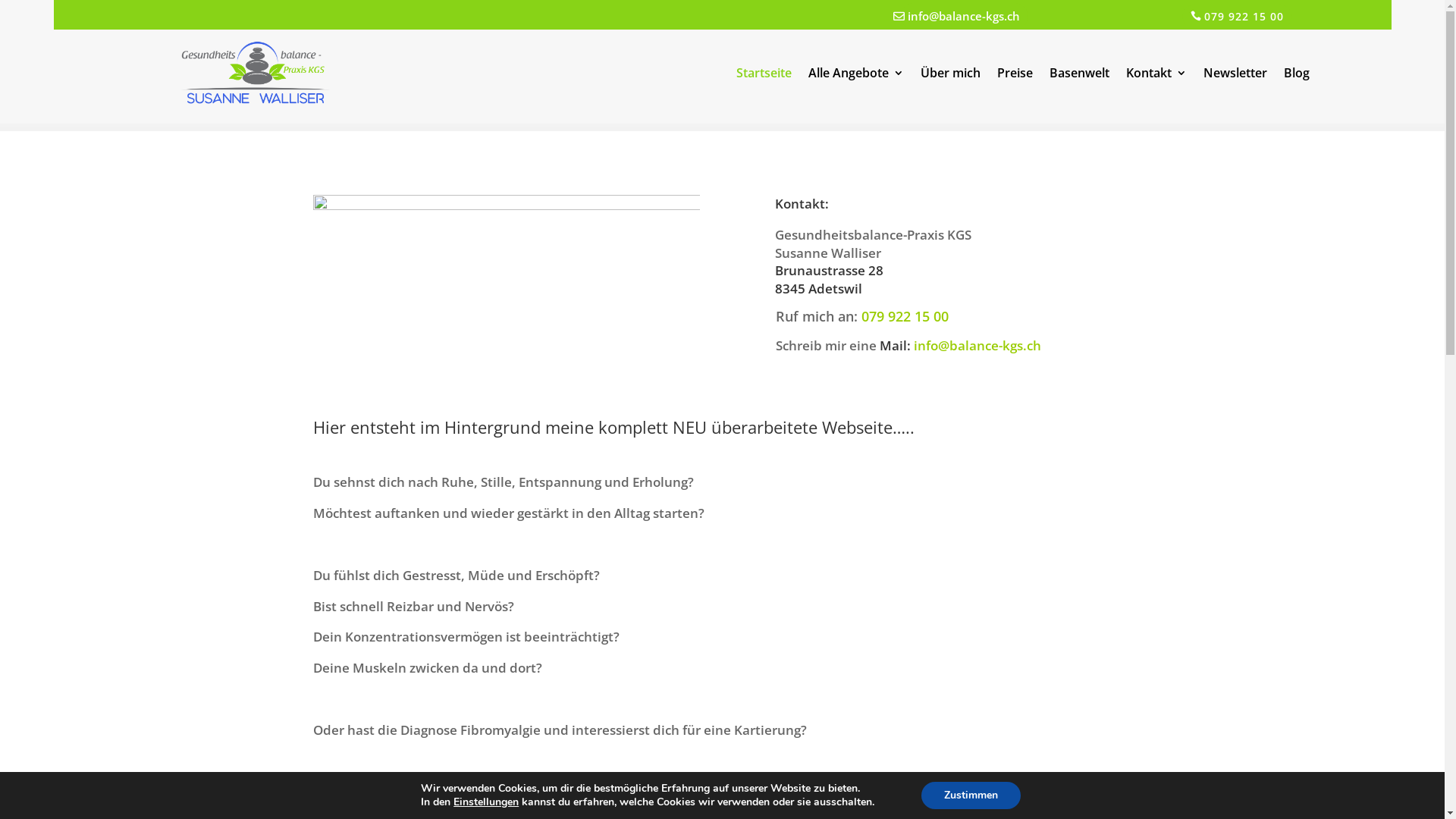 The height and width of the screenshot is (819, 1456). I want to click on 'Basenwelt', so click(1078, 76).